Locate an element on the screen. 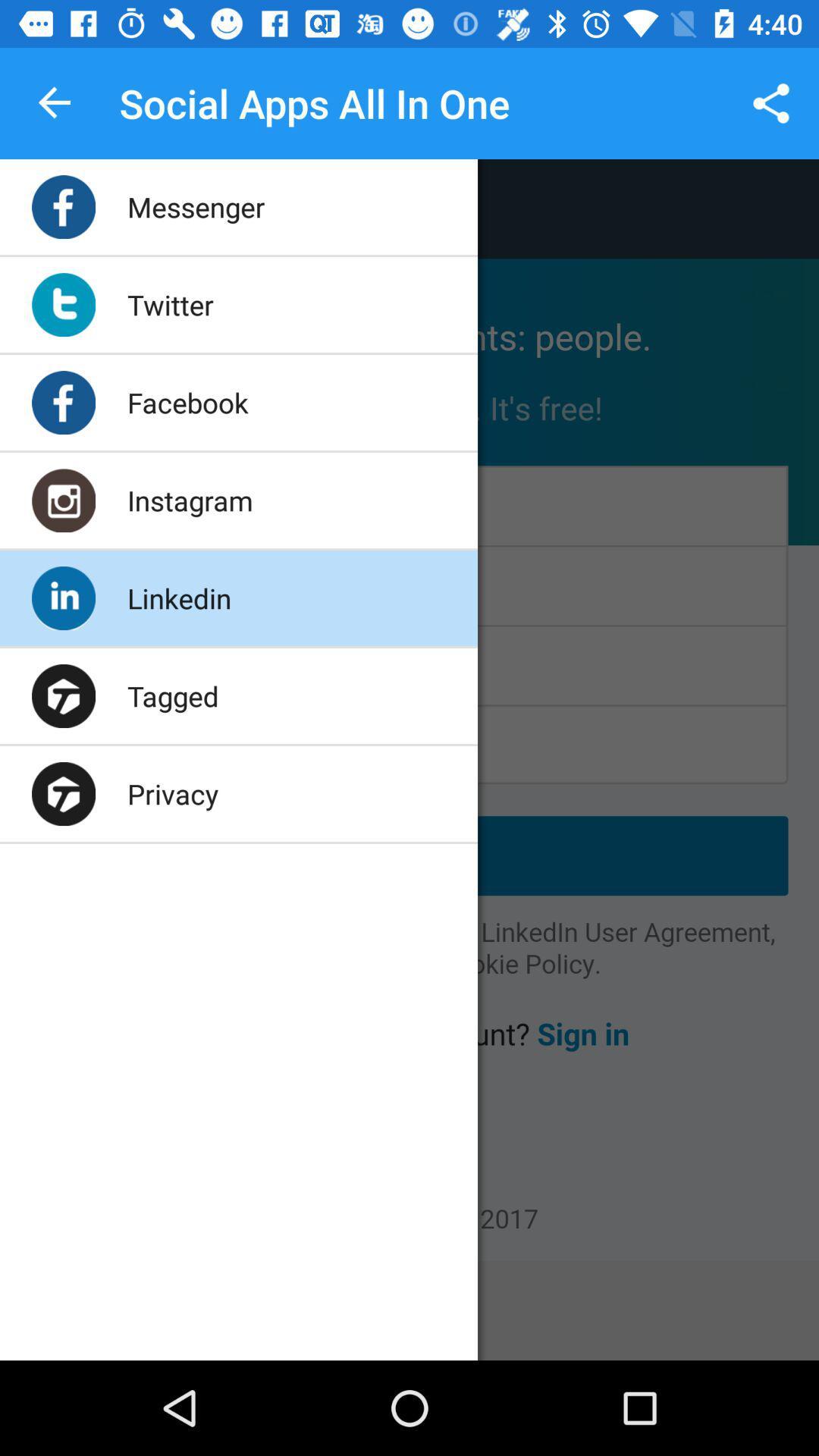 This screenshot has height=1456, width=819. item next to the social apps all icon is located at coordinates (771, 102).